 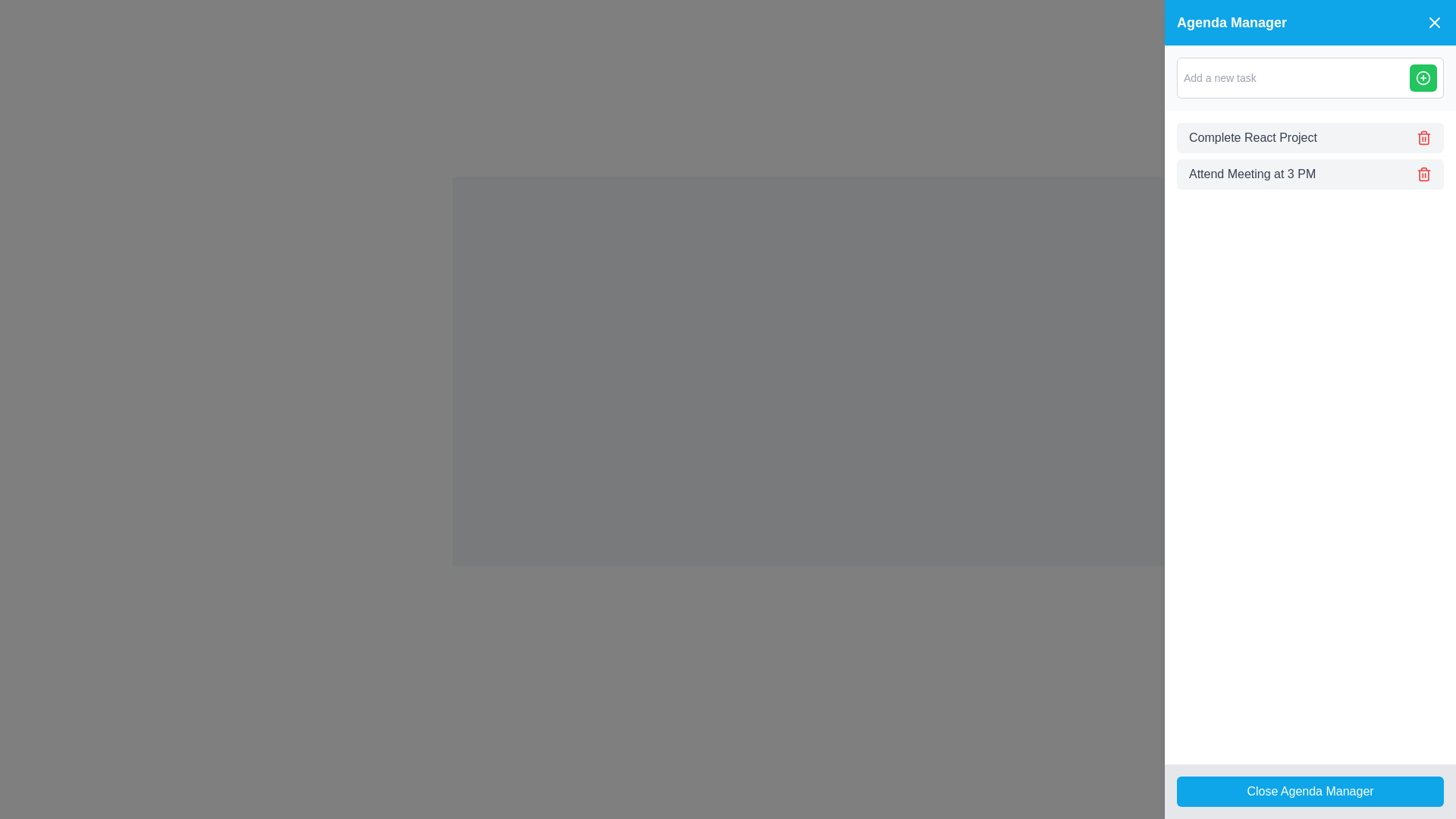 I want to click on the 'Attend Meeting at 3 PM' task item component located under the 'Agenda Manager' panel, which is the second item in the list, to potentially highlight it, so click(x=1310, y=174).